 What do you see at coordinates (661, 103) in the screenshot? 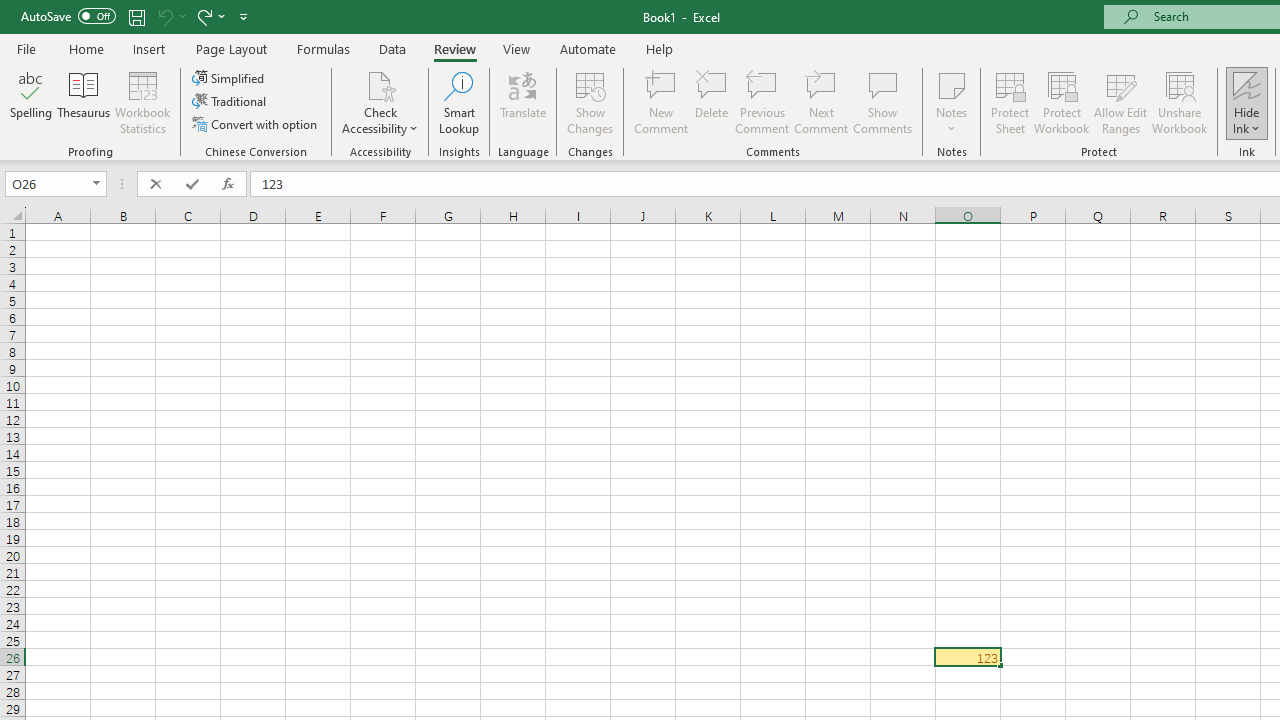
I see `'New Comment'` at bounding box center [661, 103].